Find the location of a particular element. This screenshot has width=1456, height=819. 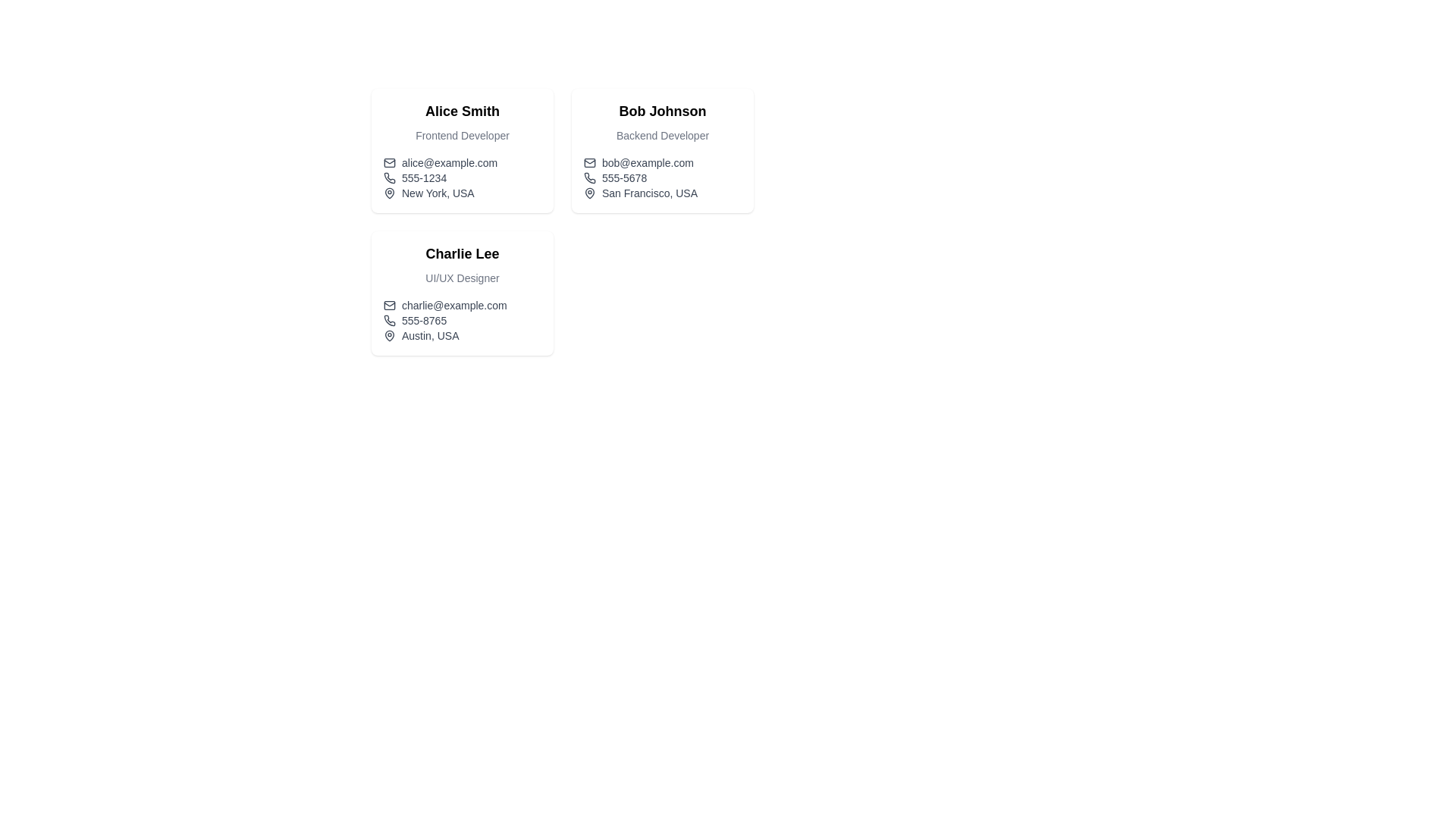

the text displaying the contact phone number (555-5678) of Bob Johnson, located in the 'Bob Johnson' card, specifically in the second line to the right of the phone icon is located at coordinates (624, 177).